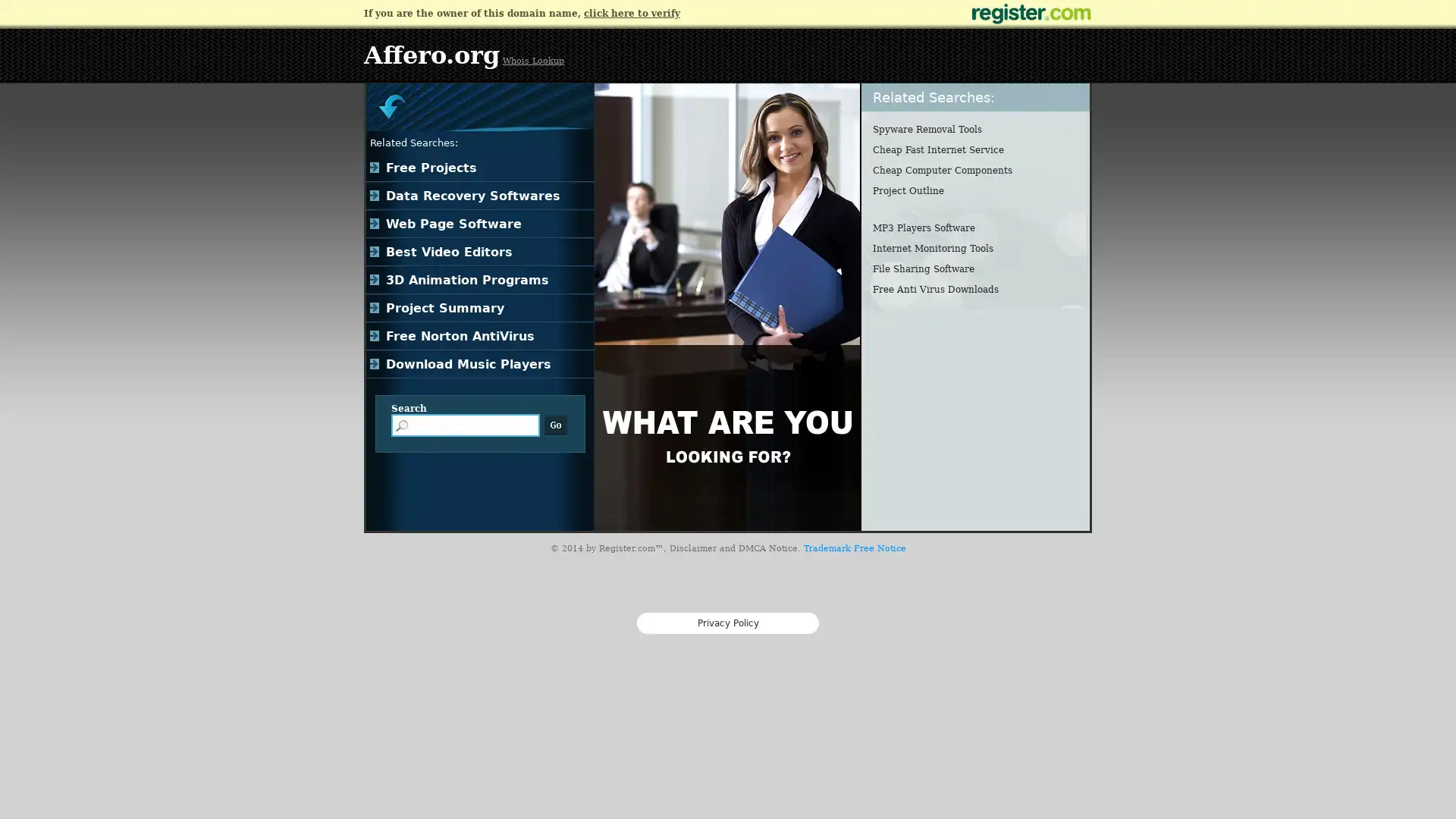  Describe the element at coordinates (555, 425) in the screenshot. I see `Go` at that location.